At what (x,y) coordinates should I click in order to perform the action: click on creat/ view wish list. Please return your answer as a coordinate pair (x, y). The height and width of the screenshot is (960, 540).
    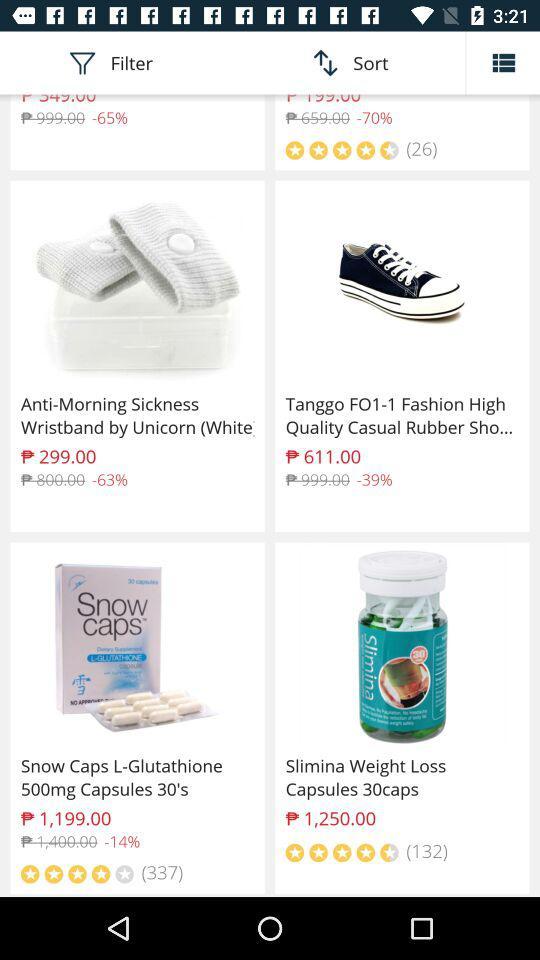
    Looking at the image, I should click on (502, 62).